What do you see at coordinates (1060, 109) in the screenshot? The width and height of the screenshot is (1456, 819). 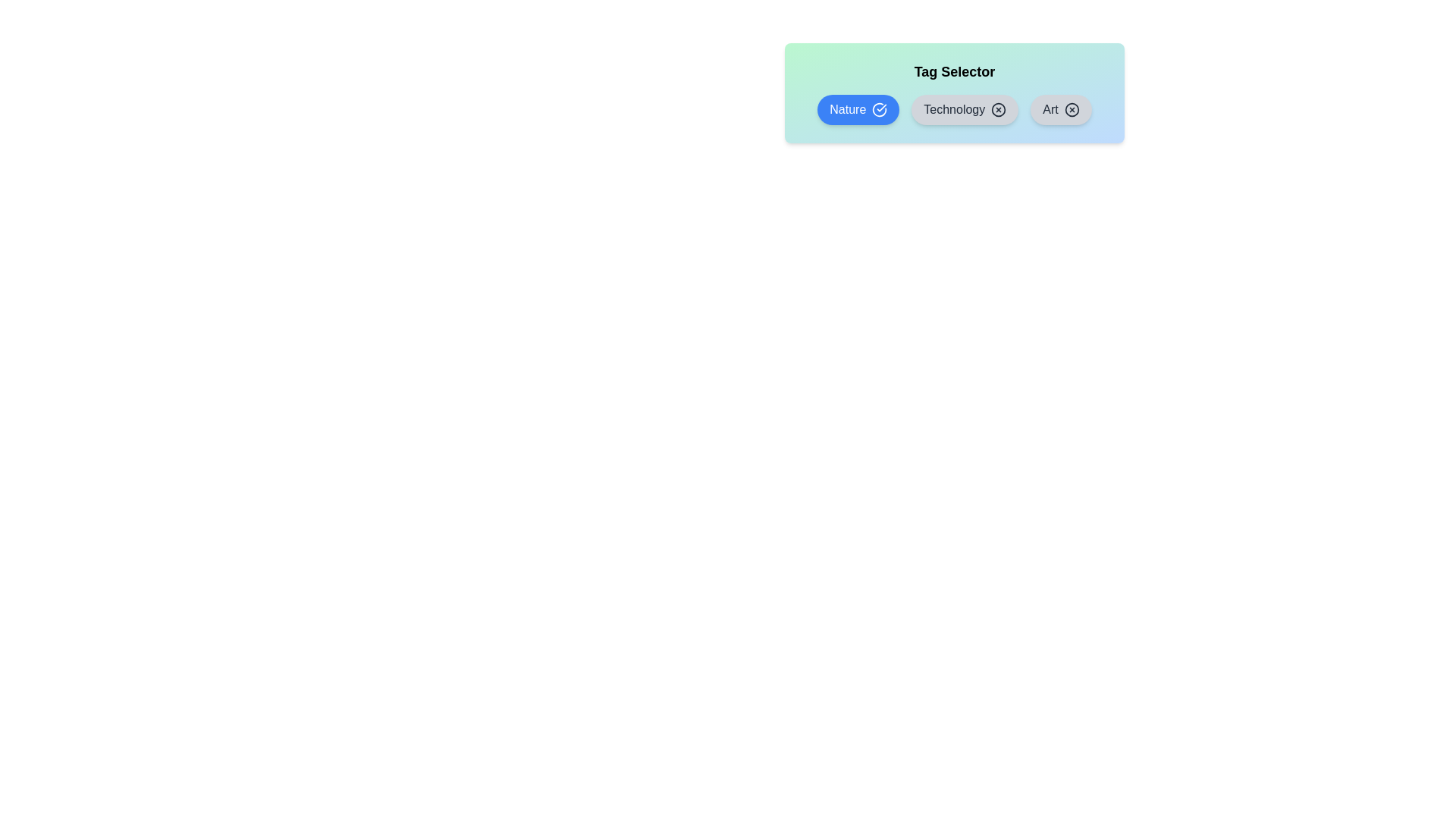 I see `the tag labeled Art` at bounding box center [1060, 109].